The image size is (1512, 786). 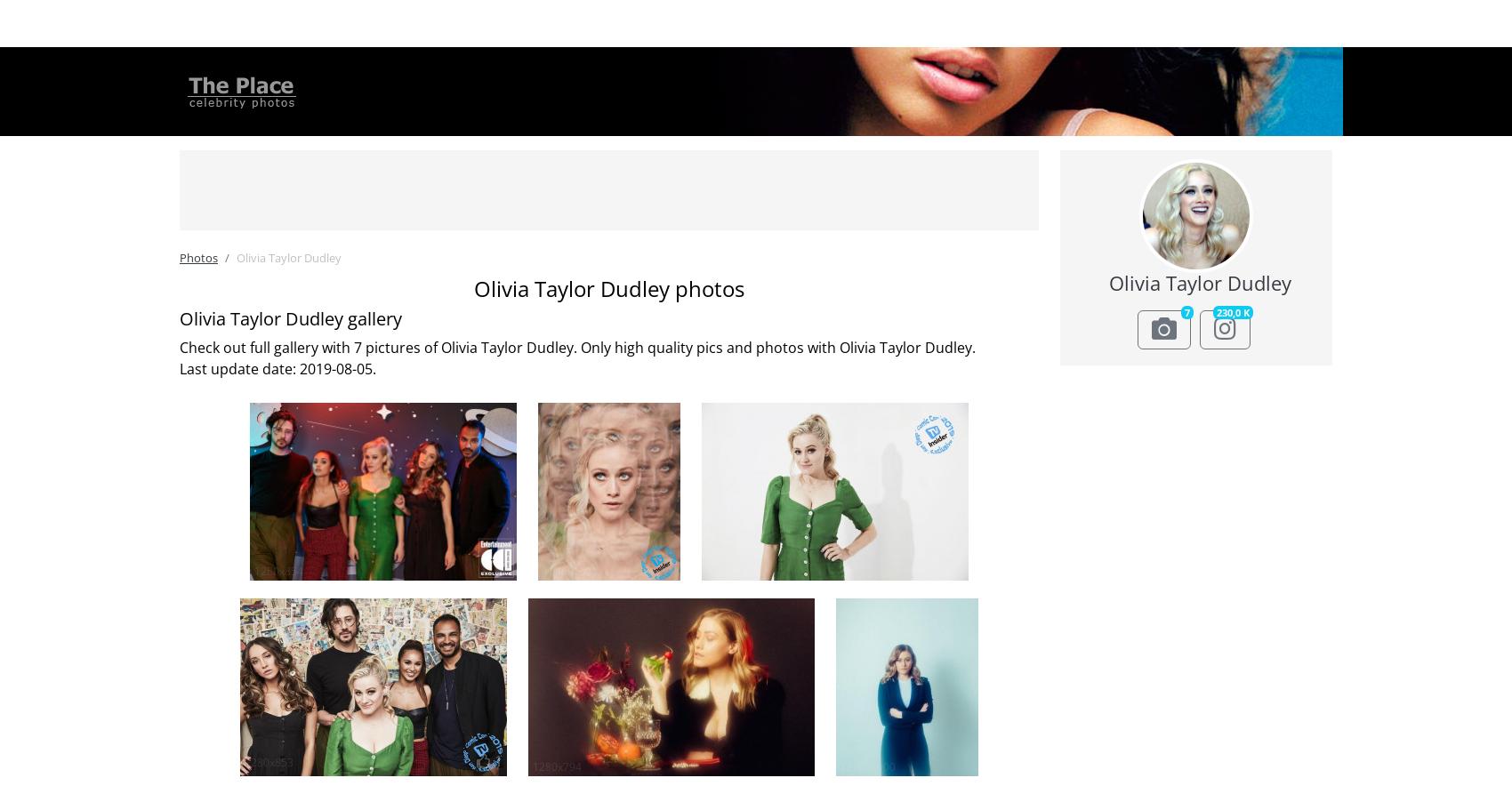 I want to click on 'Forum', so click(x=499, y=25).